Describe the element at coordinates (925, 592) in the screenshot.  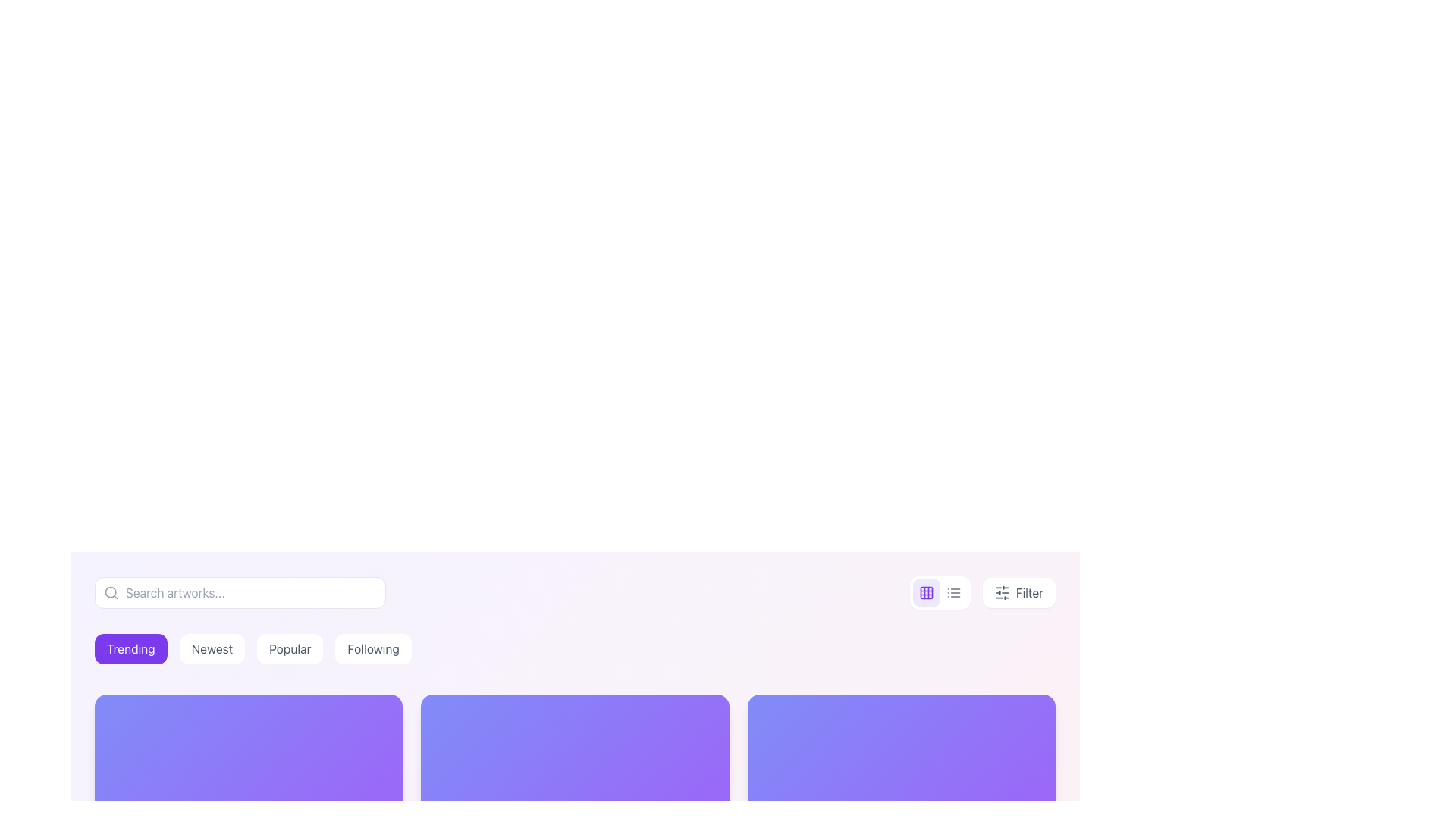
I see `the button displaying a grid icon` at that location.